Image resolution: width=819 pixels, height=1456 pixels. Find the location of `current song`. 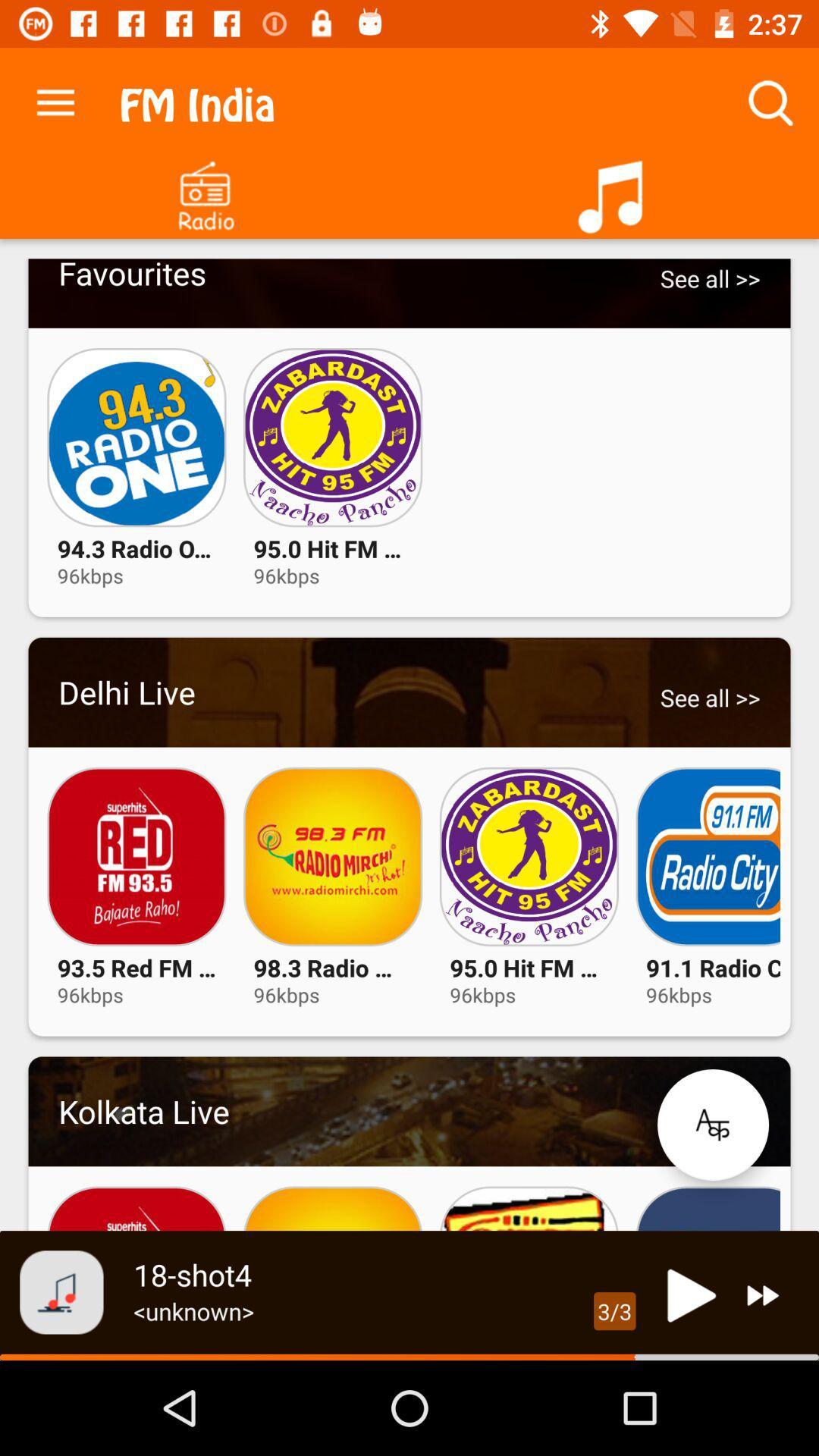

current song is located at coordinates (687, 1294).